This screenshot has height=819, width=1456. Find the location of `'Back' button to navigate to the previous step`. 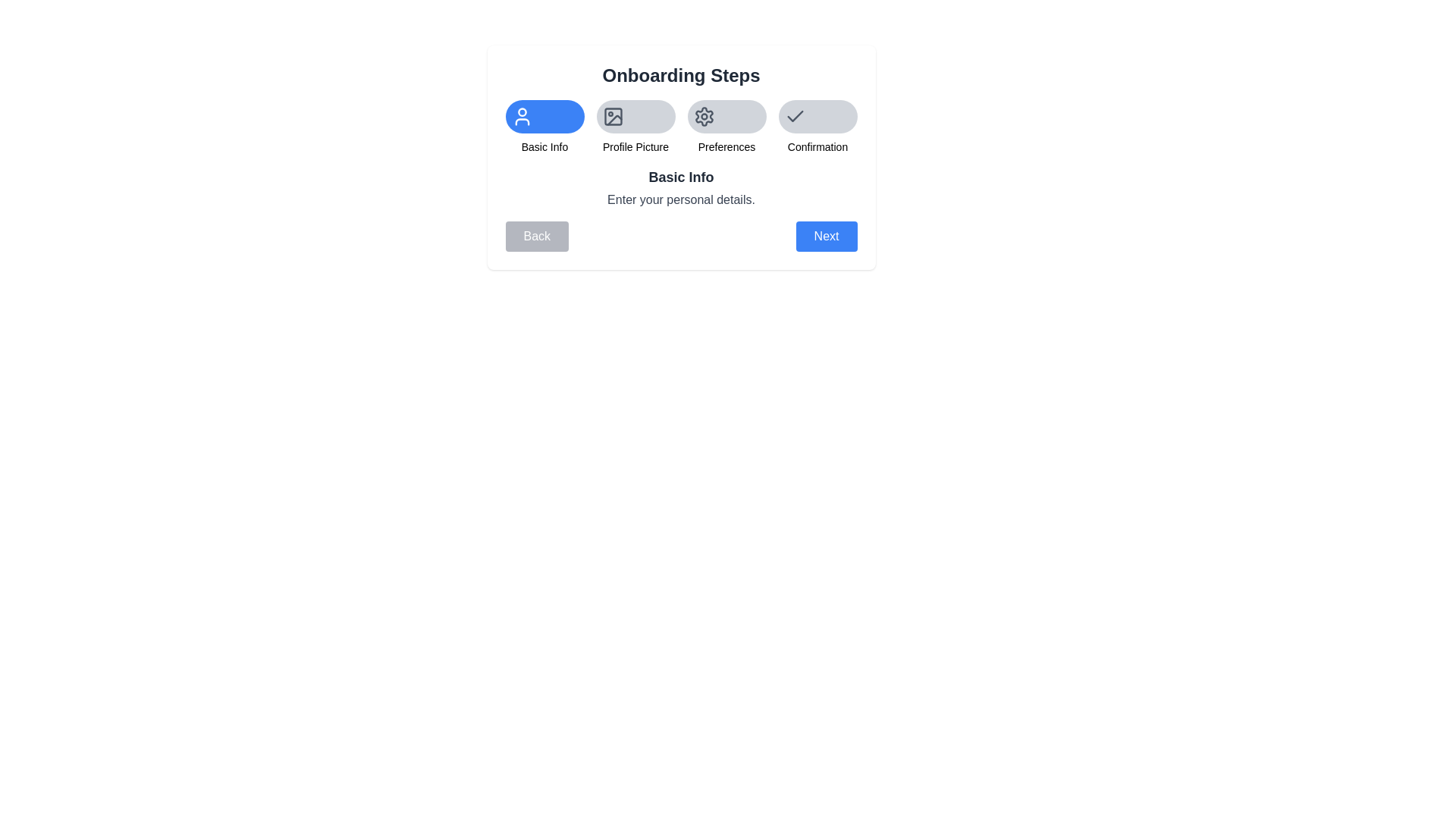

'Back' button to navigate to the previous step is located at coordinates (537, 237).